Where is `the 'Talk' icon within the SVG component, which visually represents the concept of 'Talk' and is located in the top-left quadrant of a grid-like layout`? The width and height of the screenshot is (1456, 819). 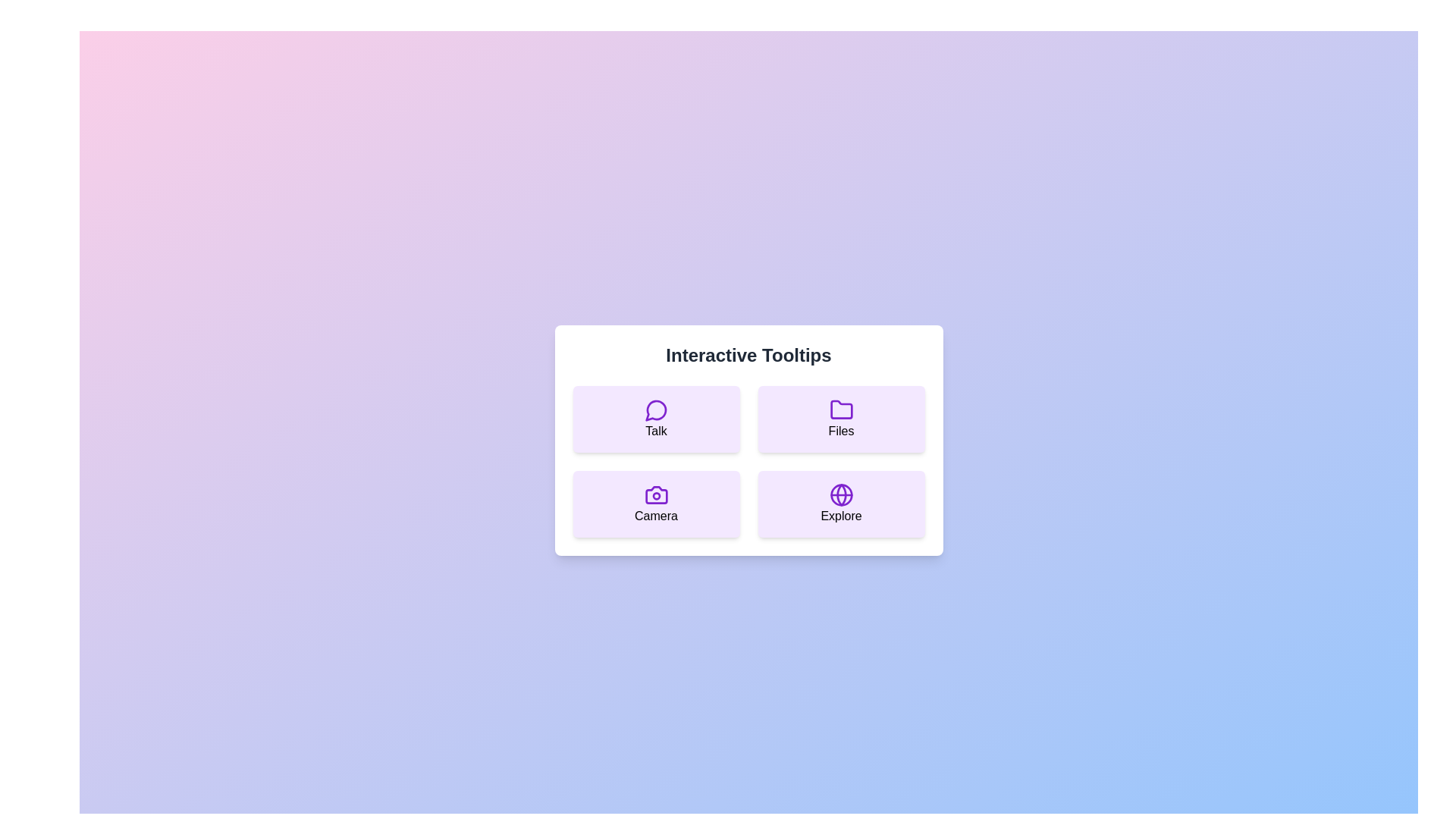
the 'Talk' icon within the SVG component, which visually represents the concept of 'Talk' and is located in the top-left quadrant of a grid-like layout is located at coordinates (655, 410).